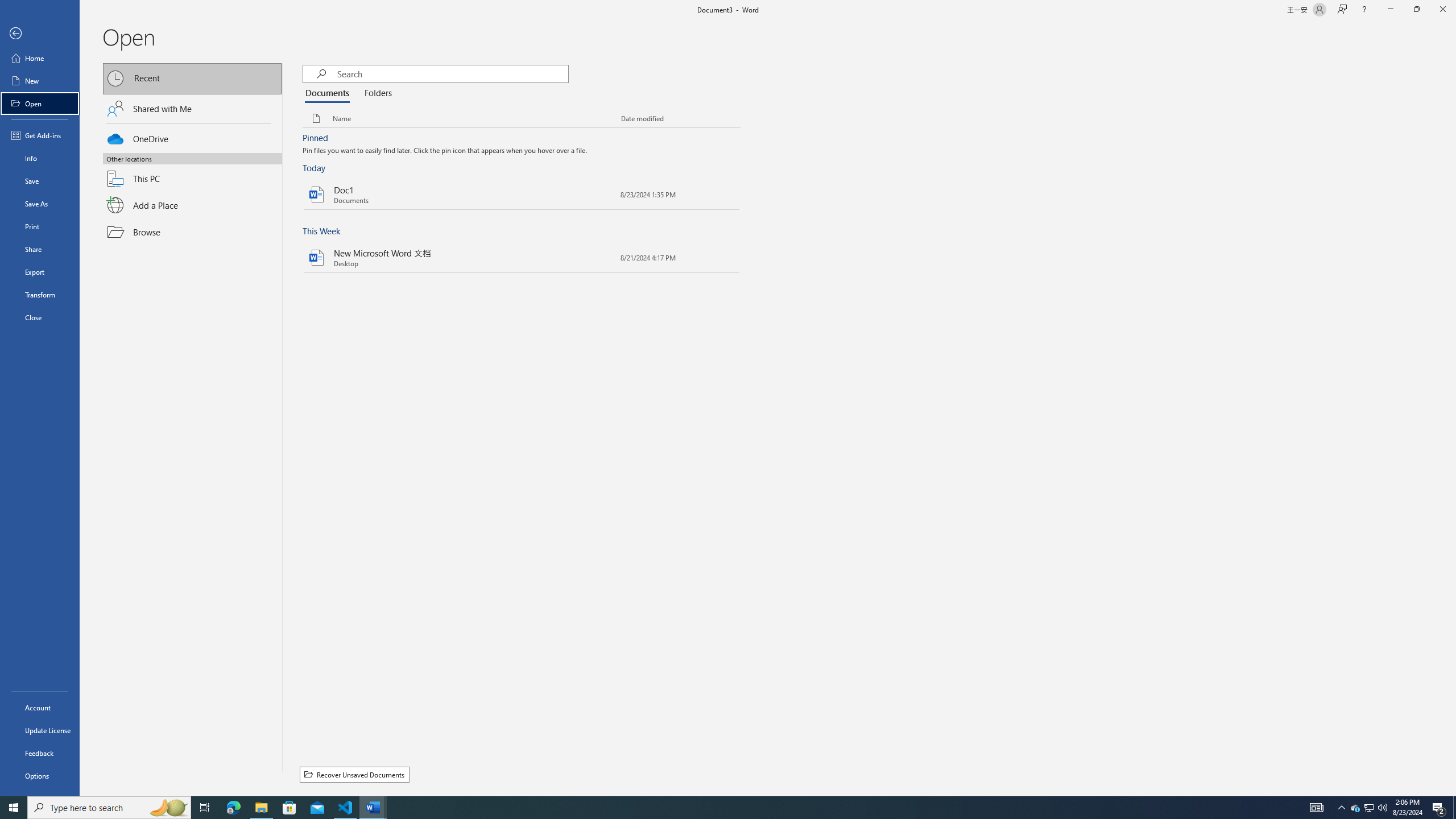 Image resolution: width=1456 pixels, height=819 pixels. I want to click on 'Print', so click(39, 226).